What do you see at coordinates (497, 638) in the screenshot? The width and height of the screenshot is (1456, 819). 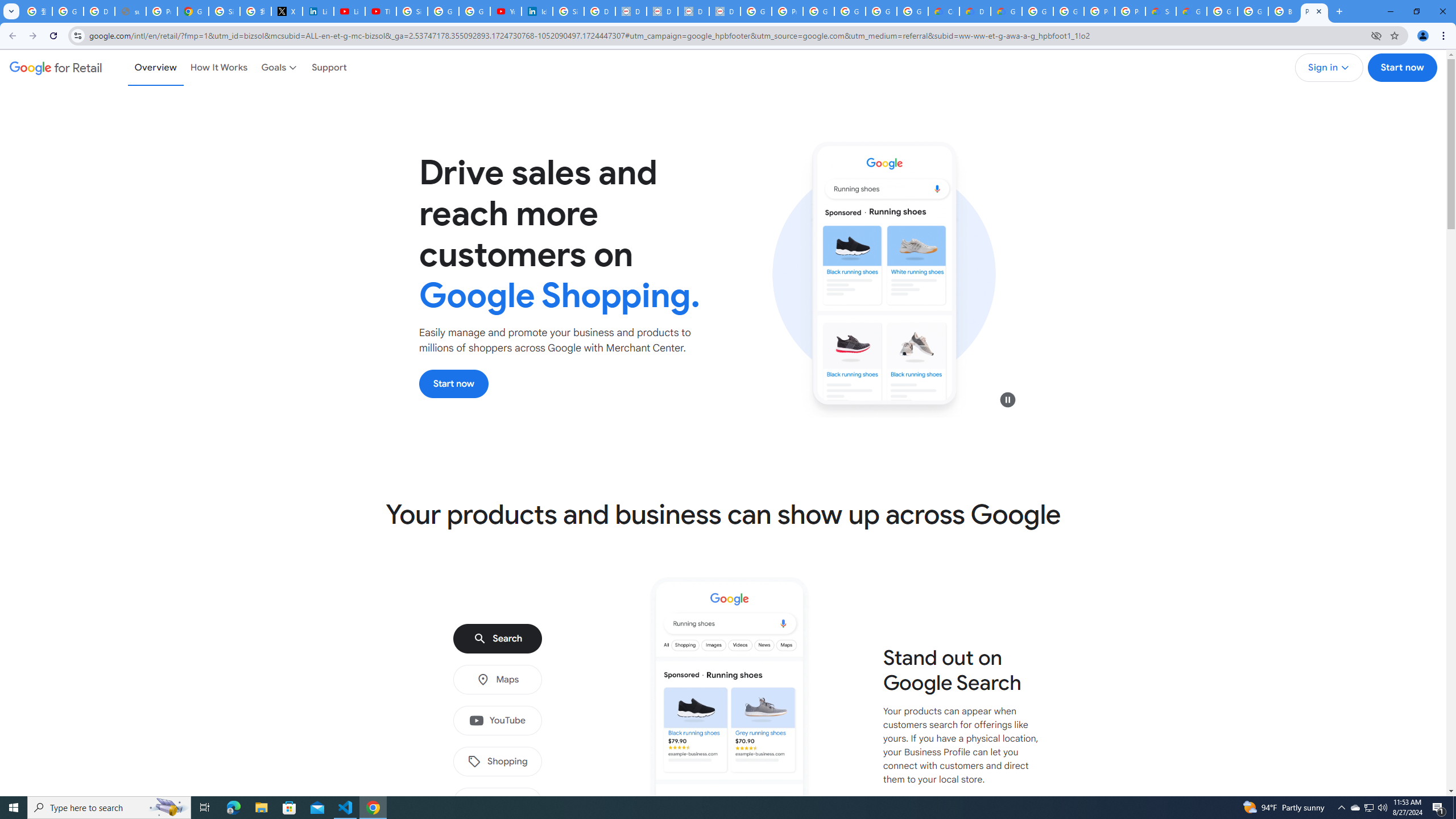 I see `'Search'` at bounding box center [497, 638].